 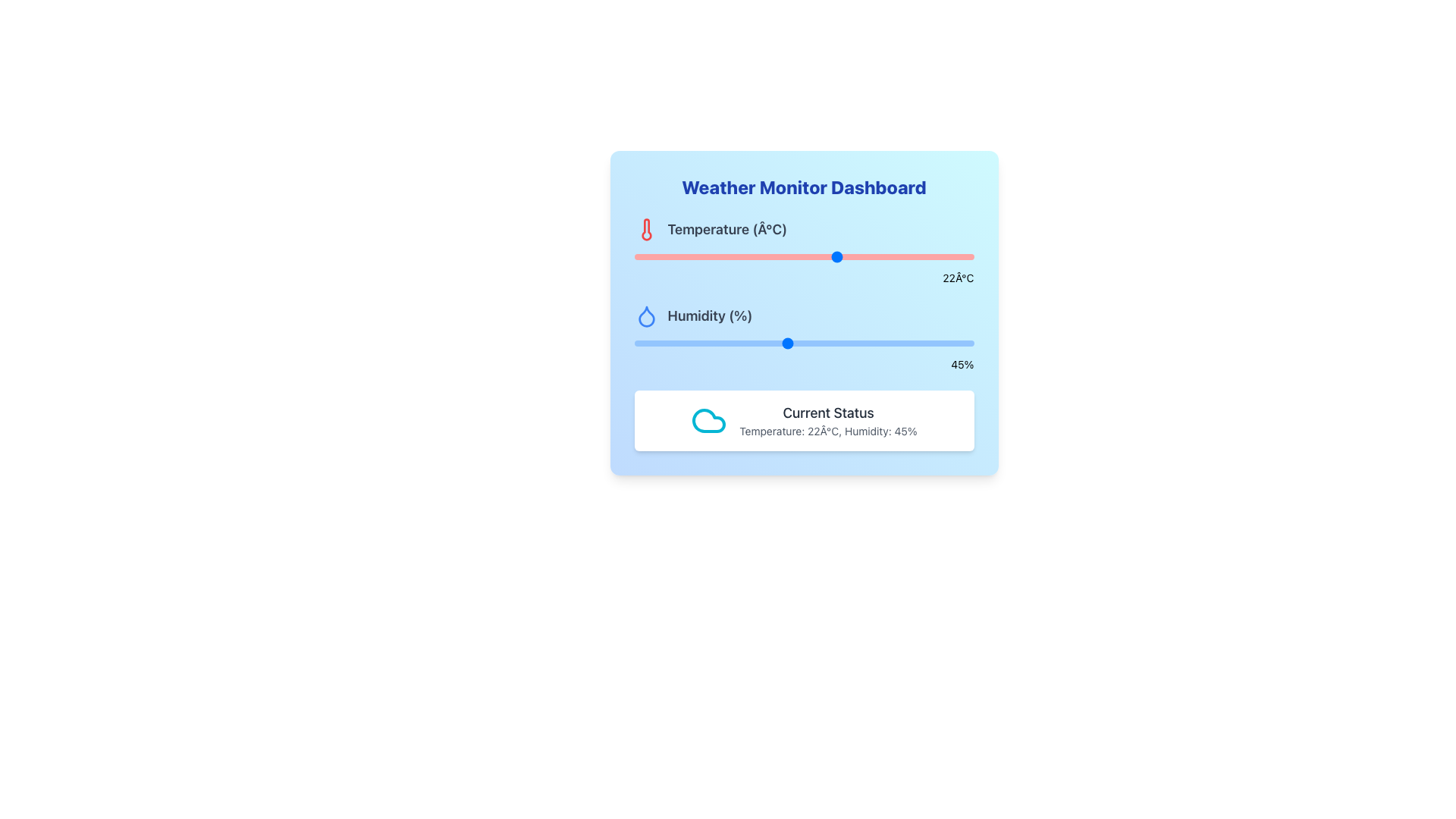 I want to click on the temperature slider, so click(x=731, y=256).